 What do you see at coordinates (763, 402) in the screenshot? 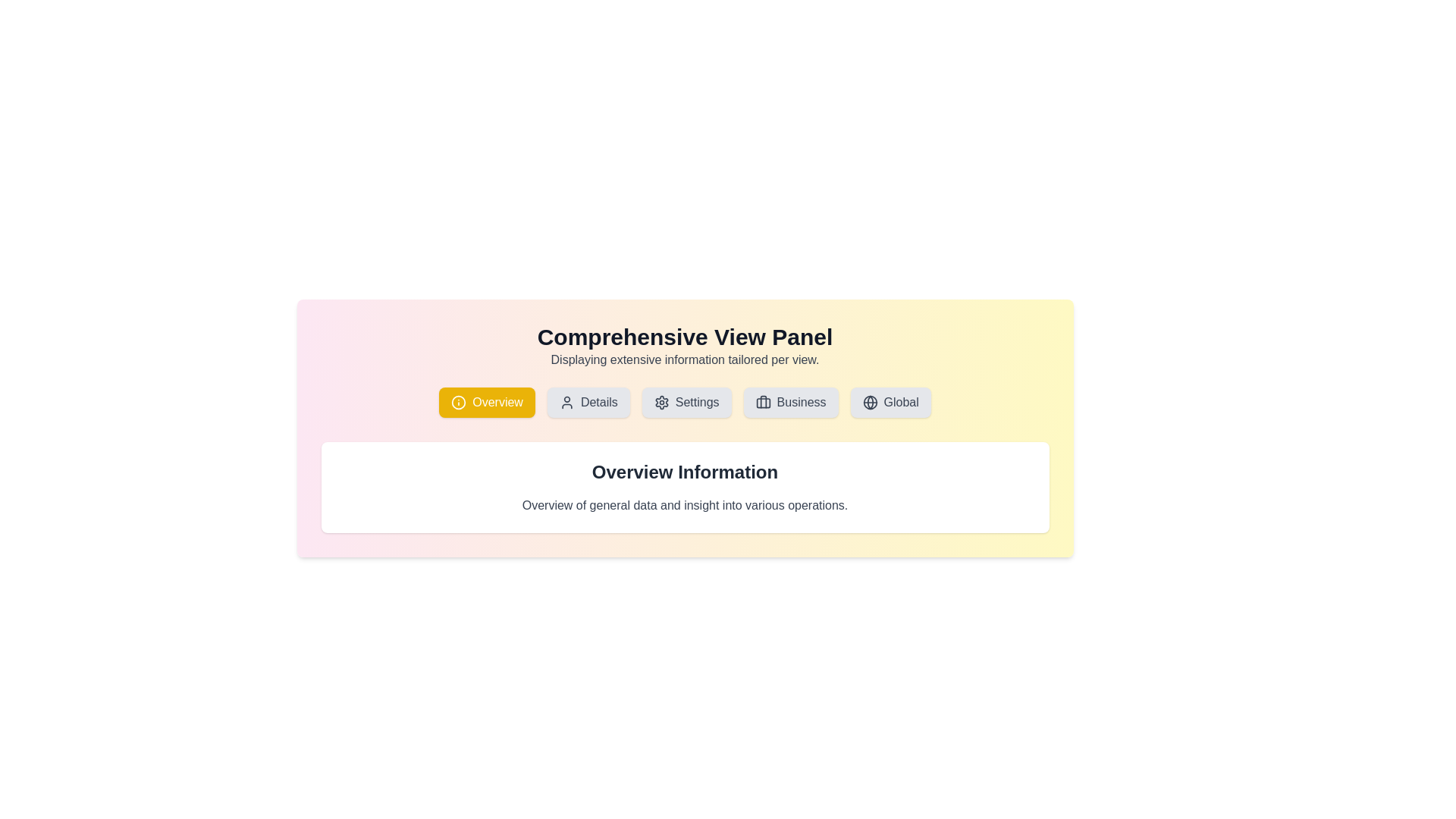
I see `the 'Business' tab icon, which serves as a visual indicator for business-related content, located at the left-hand side of the 'Business' button on the toolbar` at bounding box center [763, 402].